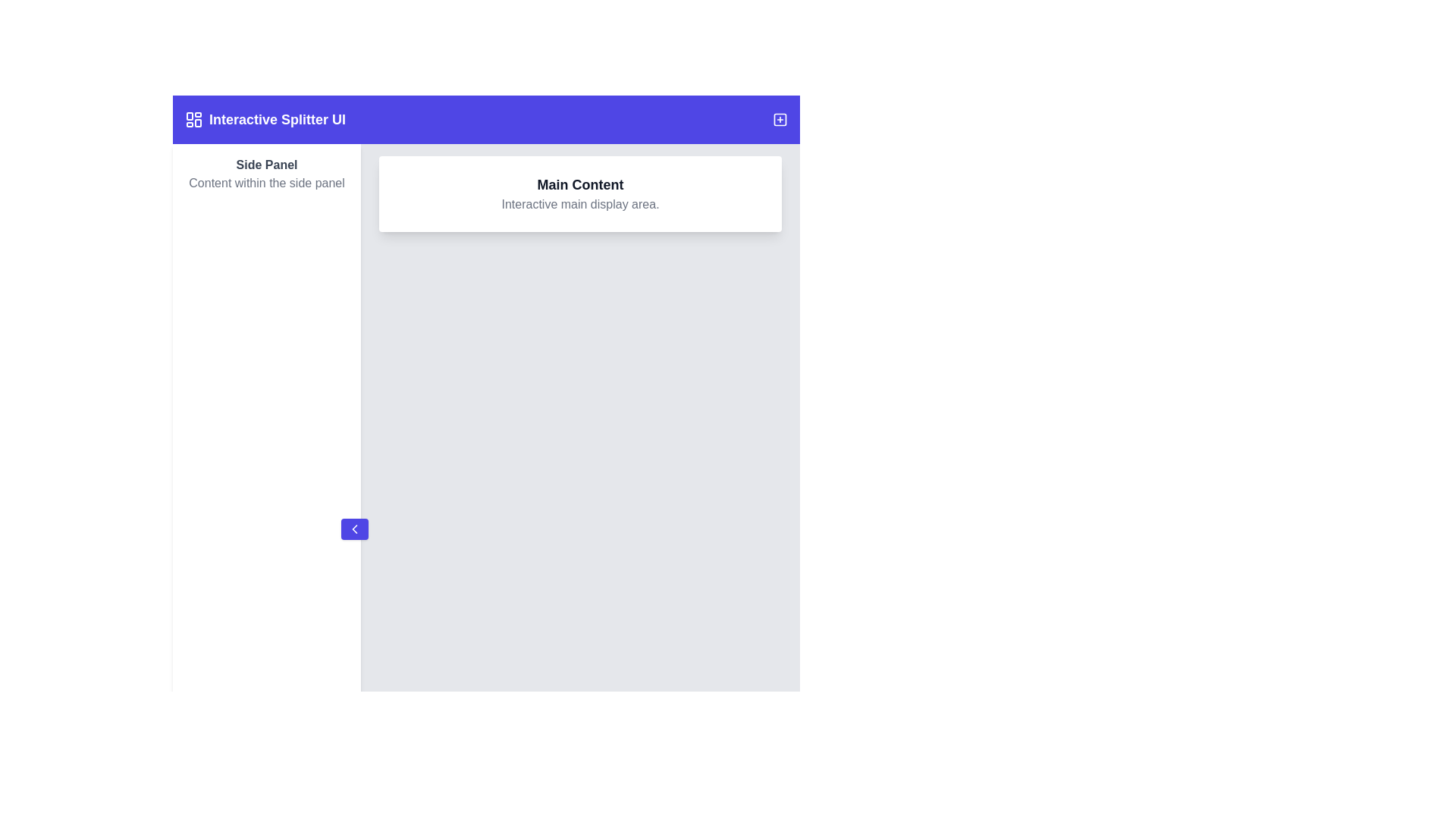  What do you see at coordinates (780, 119) in the screenshot?
I see `the Icon button with a plus sign located at the far right side of the header bar labeled 'Interactive Splitter UI'` at bounding box center [780, 119].